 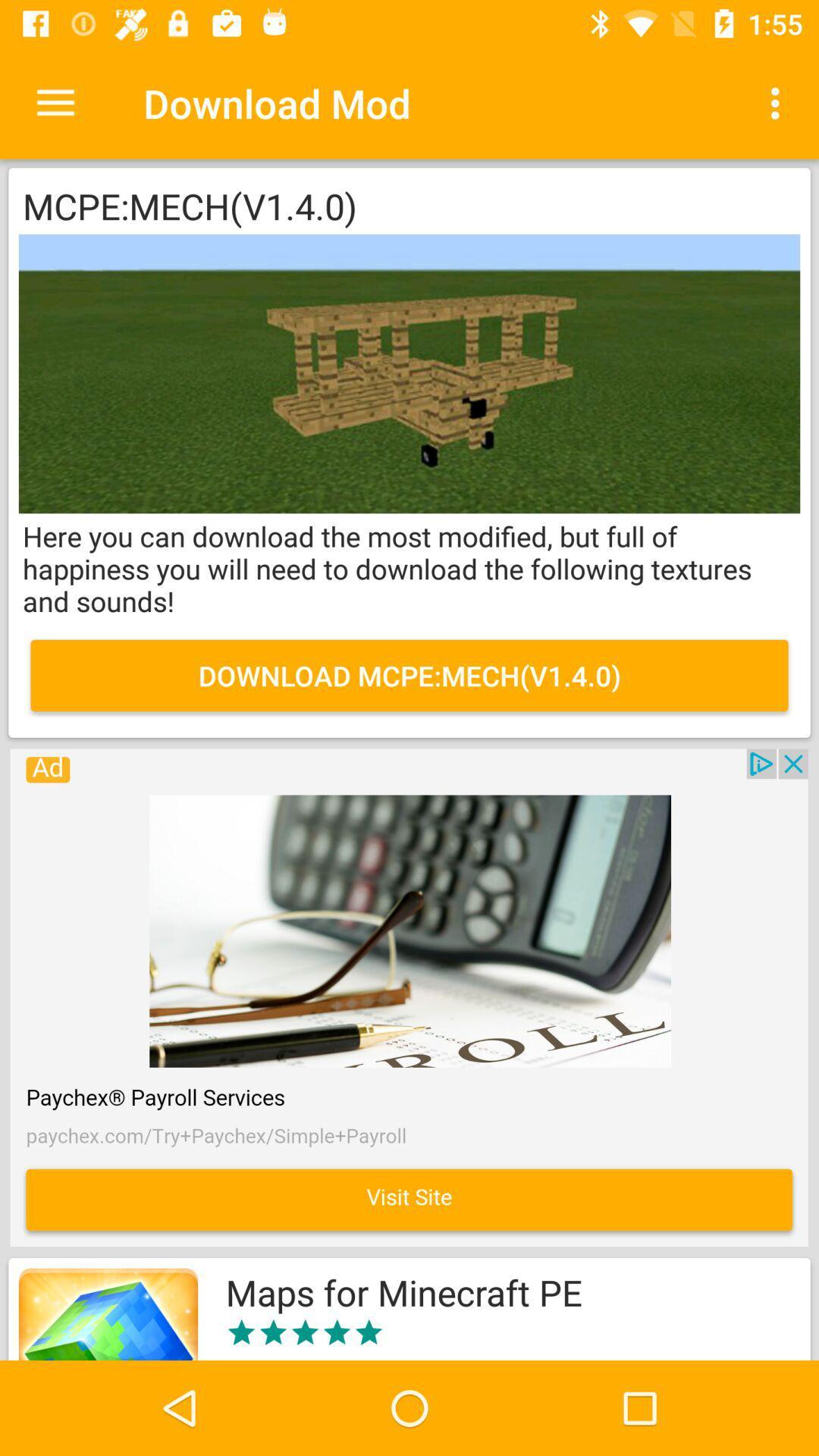 What do you see at coordinates (408, 997) in the screenshot?
I see `explore the advertised website` at bounding box center [408, 997].